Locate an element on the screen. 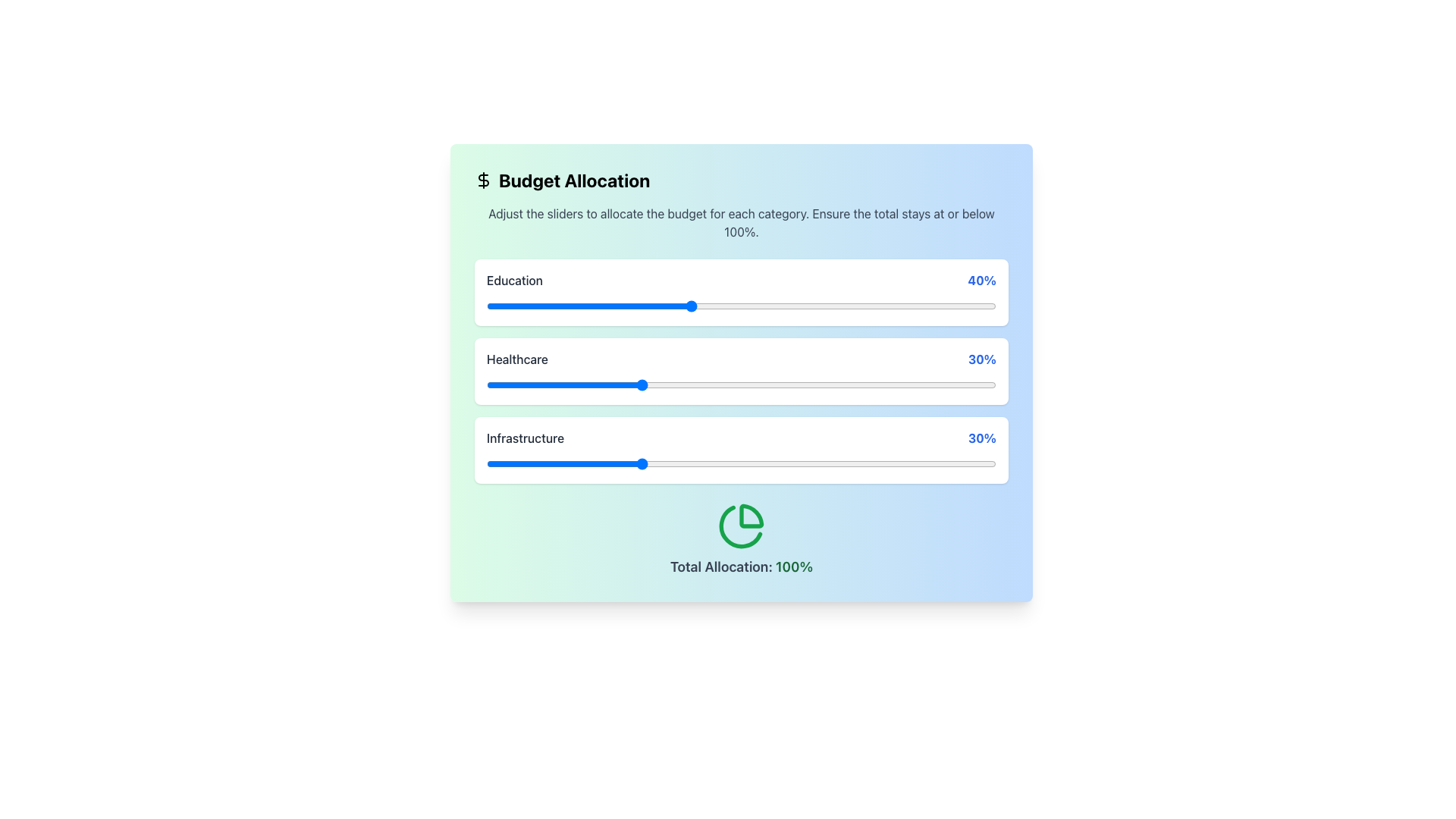 This screenshot has height=819, width=1456. healthcare budget allocation is located at coordinates (761, 384).